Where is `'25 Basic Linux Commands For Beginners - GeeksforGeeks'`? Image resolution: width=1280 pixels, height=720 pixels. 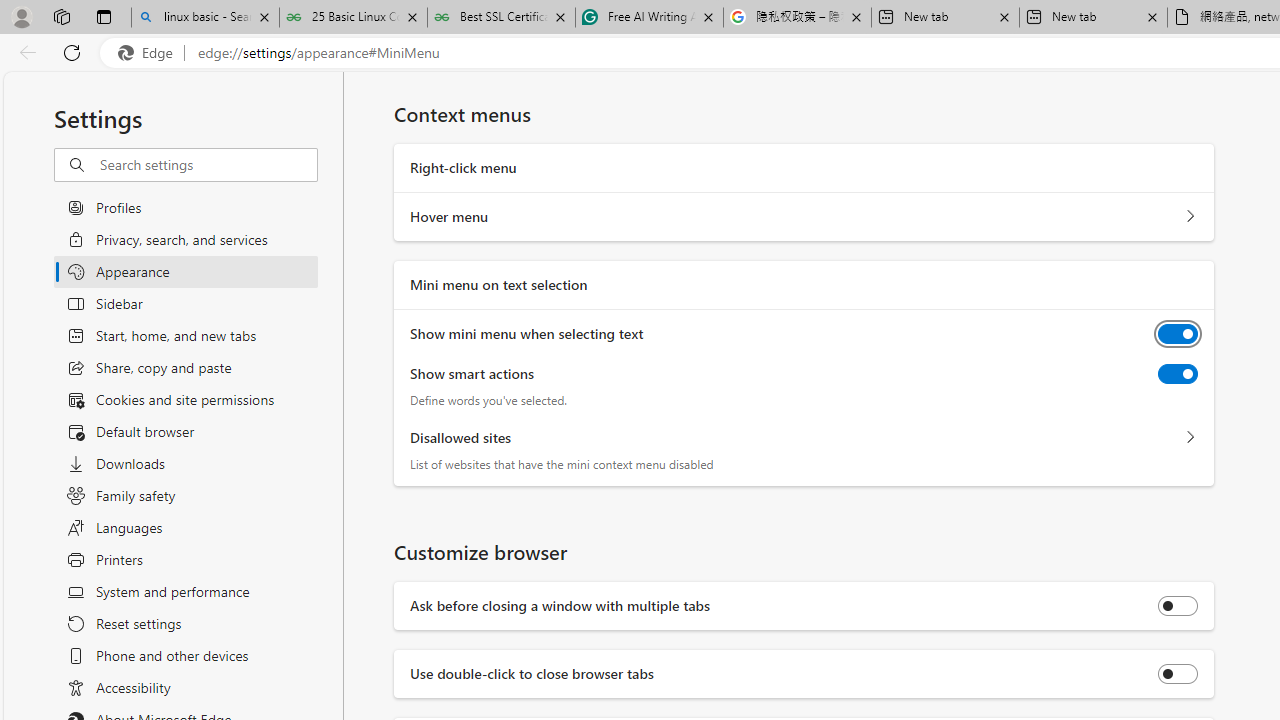
'25 Basic Linux Commands For Beginners - GeeksforGeeks' is located at coordinates (353, 17).